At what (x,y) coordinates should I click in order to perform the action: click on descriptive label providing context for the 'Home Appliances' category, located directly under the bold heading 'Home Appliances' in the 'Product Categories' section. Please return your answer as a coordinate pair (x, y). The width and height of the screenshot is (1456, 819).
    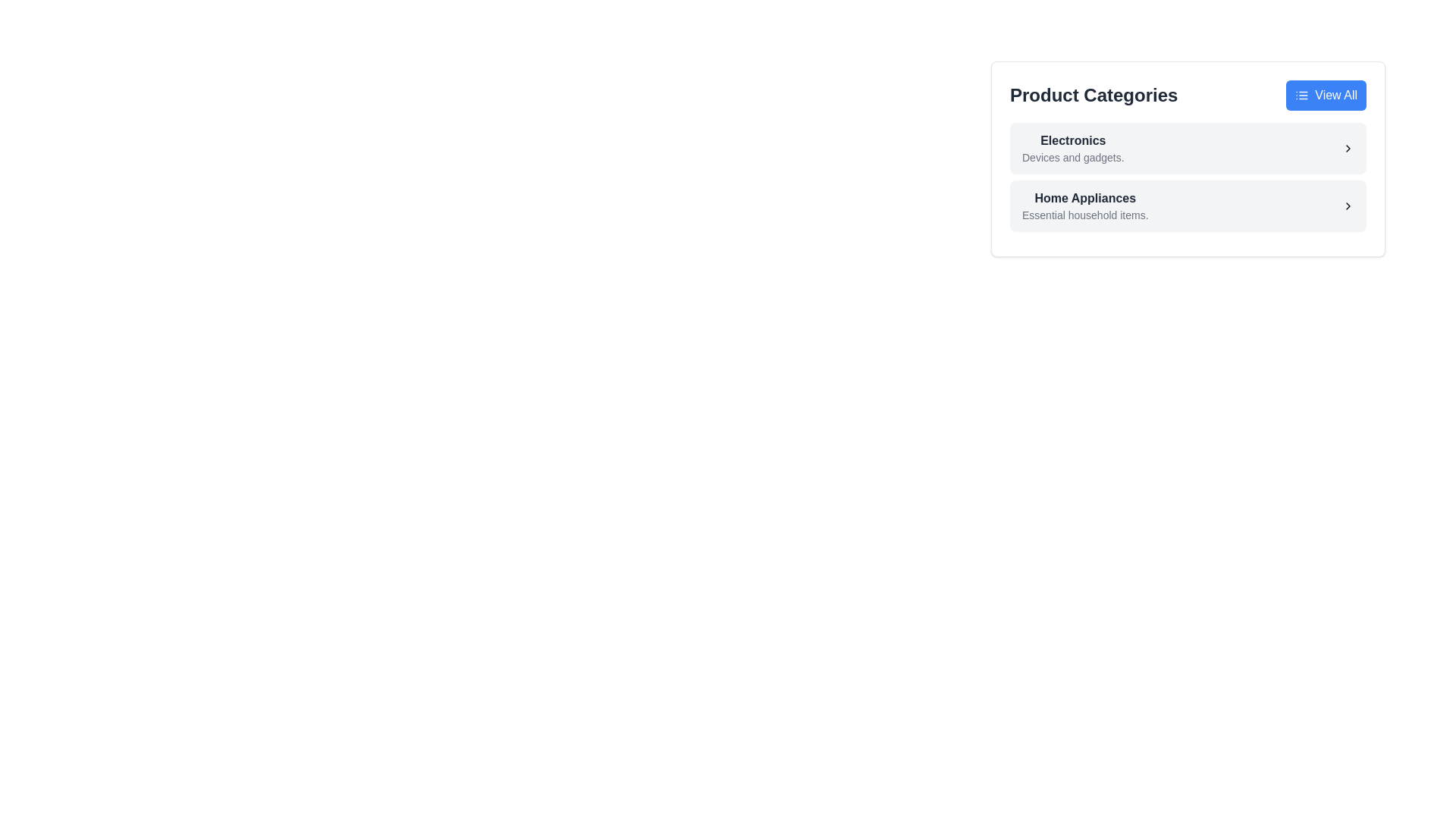
    Looking at the image, I should click on (1084, 215).